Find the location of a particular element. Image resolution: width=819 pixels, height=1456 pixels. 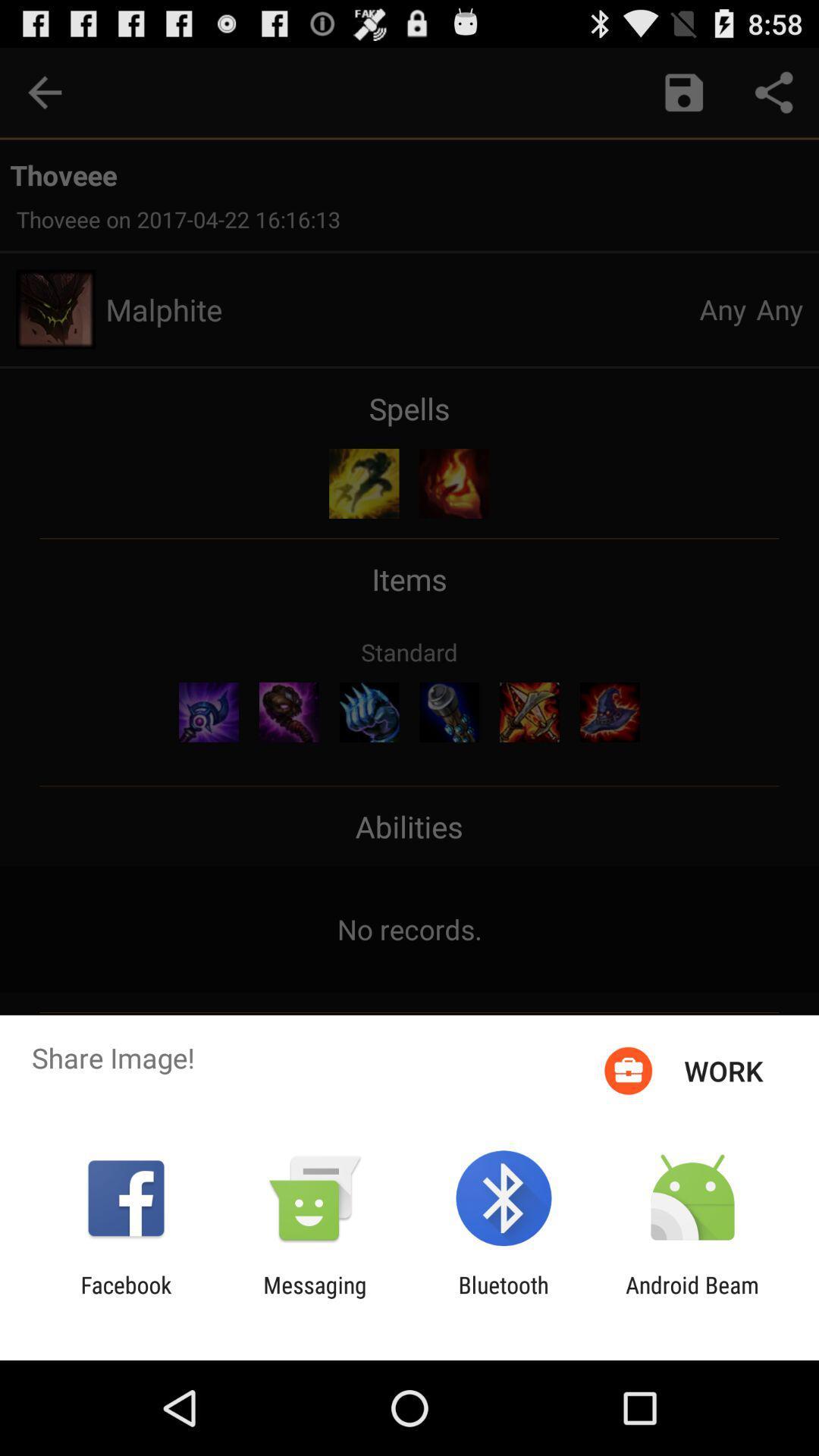

the app to the left of android beam app is located at coordinates (504, 1298).